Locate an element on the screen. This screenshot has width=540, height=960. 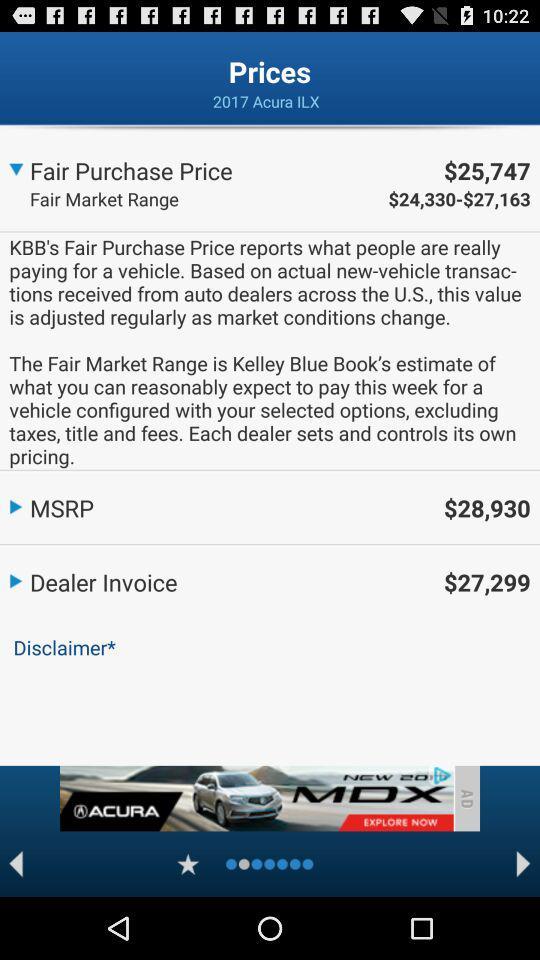
the star icon is located at coordinates (188, 924).